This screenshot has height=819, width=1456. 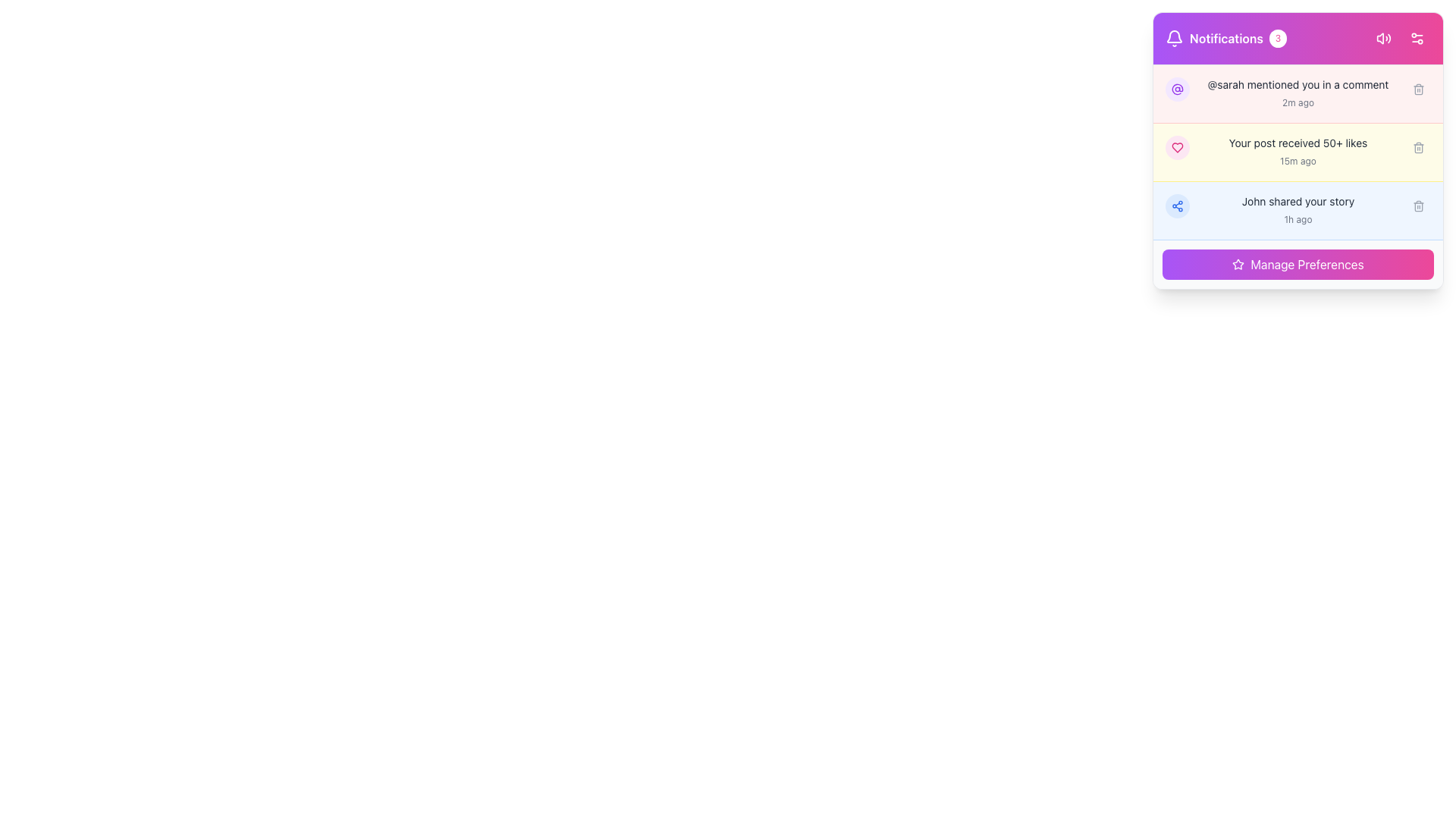 I want to click on the notification icon, which is a bell shape with a white outline and purple background, located to the far left of the 'Notifications' header, so click(x=1174, y=37).